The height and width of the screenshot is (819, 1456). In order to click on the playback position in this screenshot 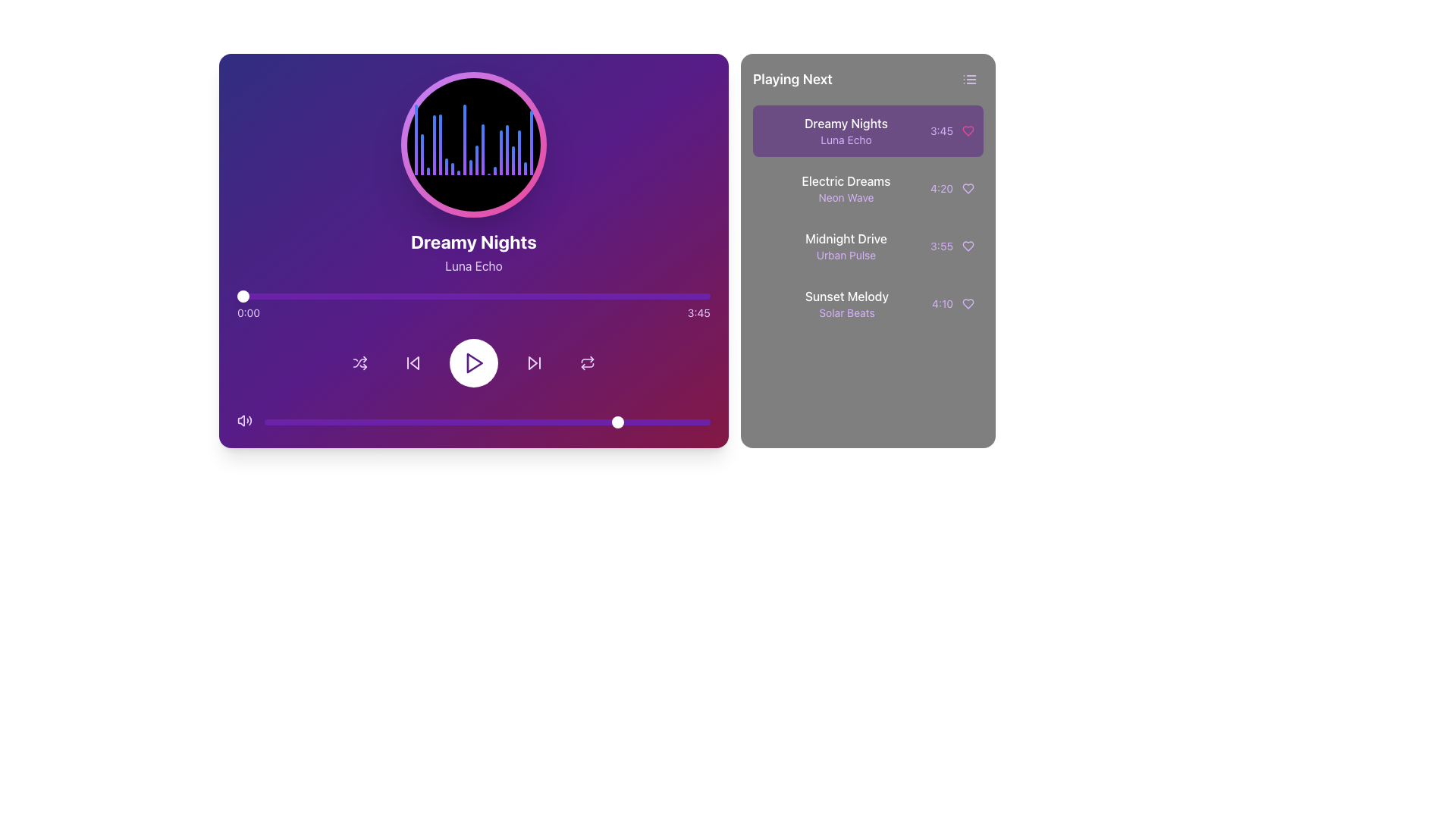, I will do `click(548, 296)`.